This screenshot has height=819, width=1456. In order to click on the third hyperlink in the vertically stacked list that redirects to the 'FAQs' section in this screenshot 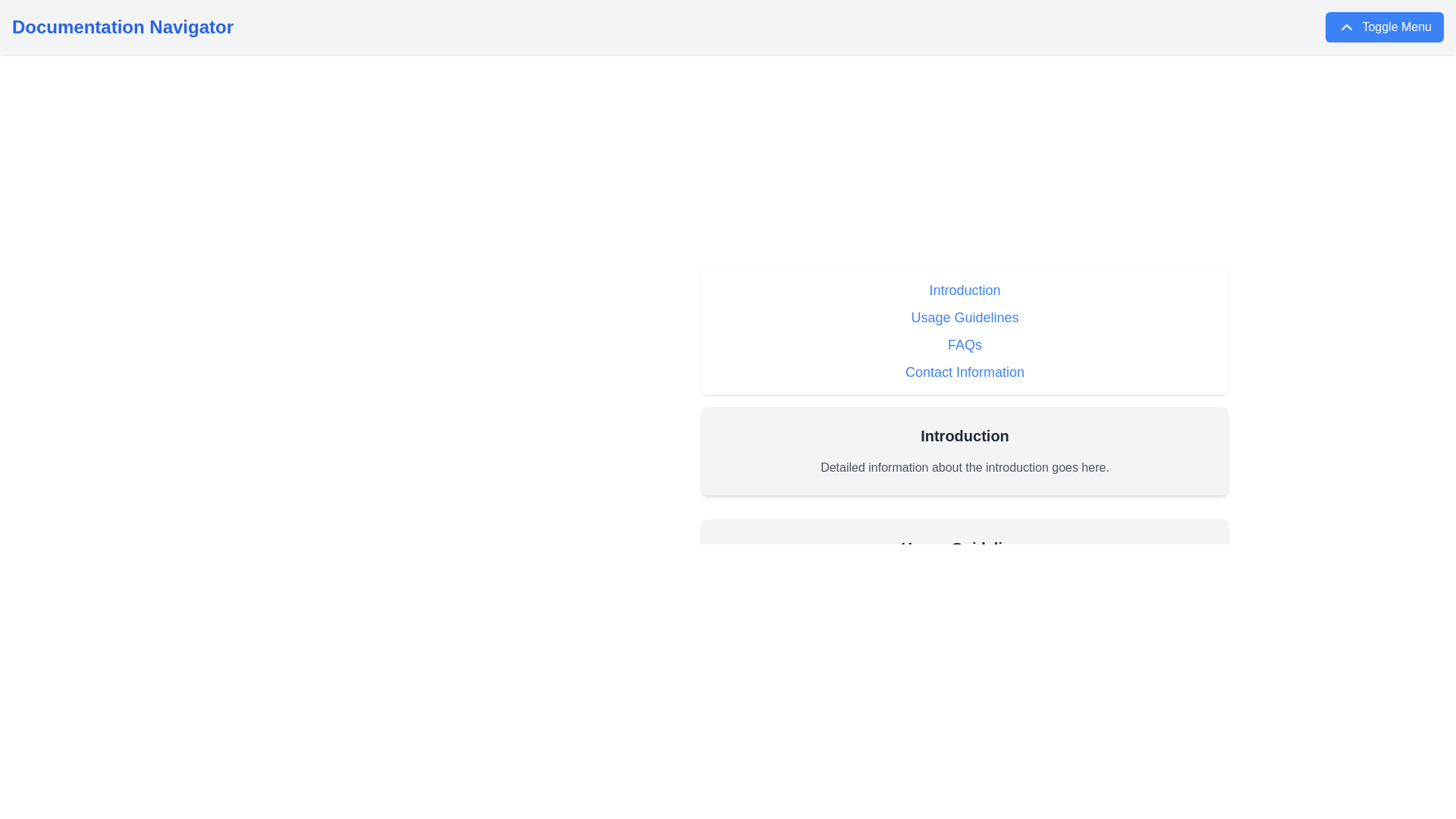, I will do `click(964, 345)`.